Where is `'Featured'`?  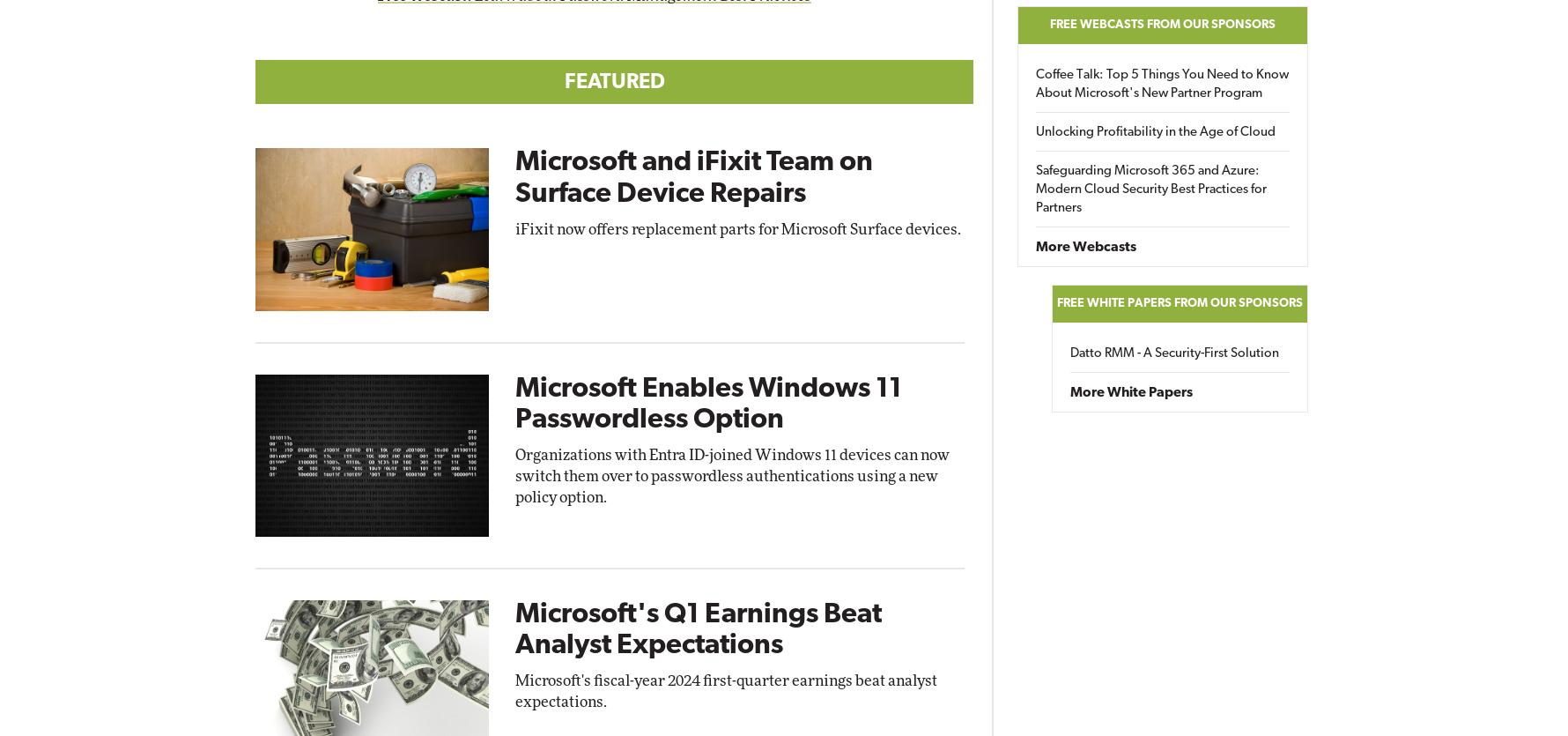 'Featured' is located at coordinates (613, 81).